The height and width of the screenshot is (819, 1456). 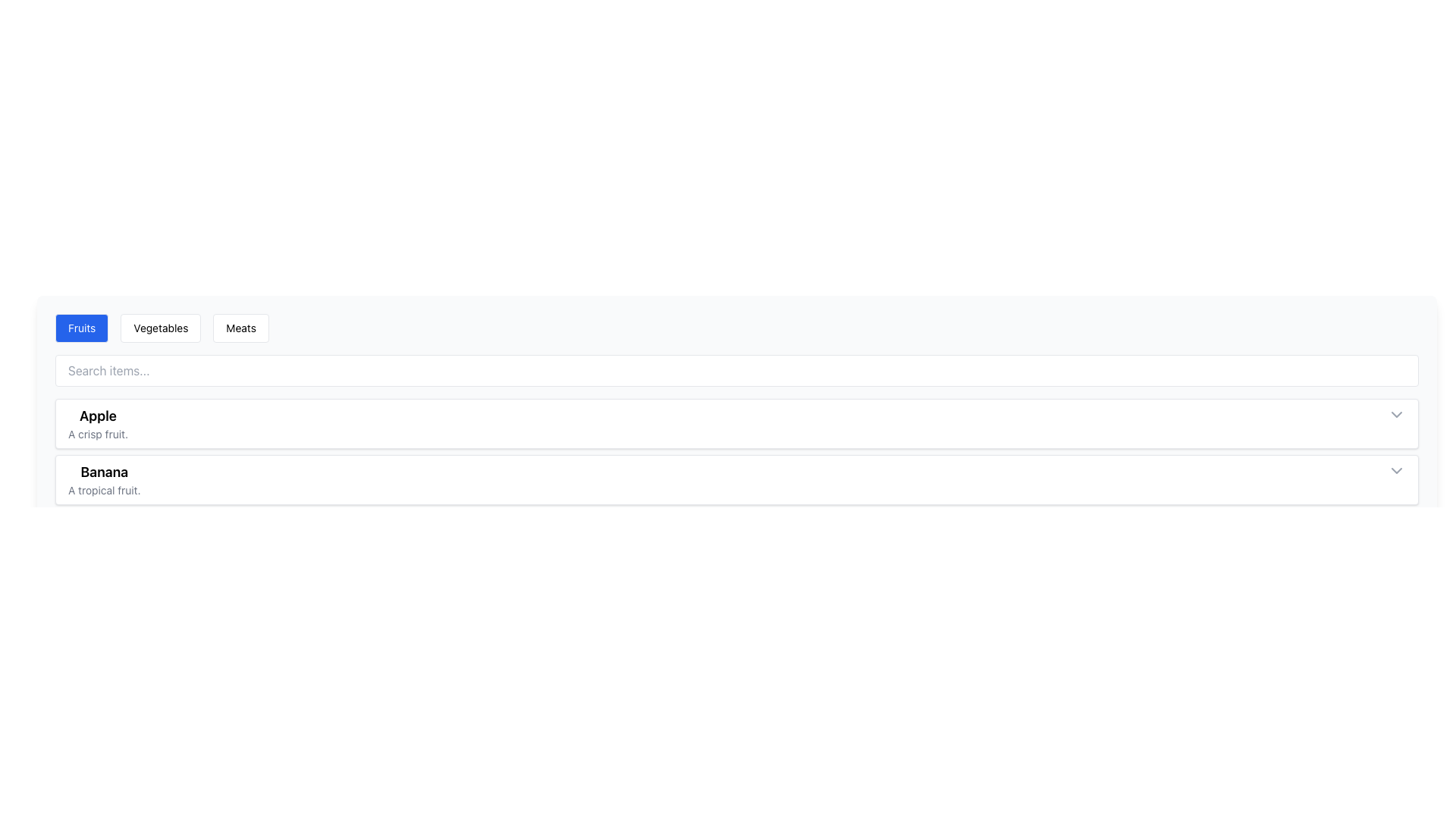 What do you see at coordinates (103, 491) in the screenshot?
I see `the text label reading 'A tropical fruit.' which is styled with a smaller font size and light gray color, positioned directly beneath the 'Banana' label` at bounding box center [103, 491].